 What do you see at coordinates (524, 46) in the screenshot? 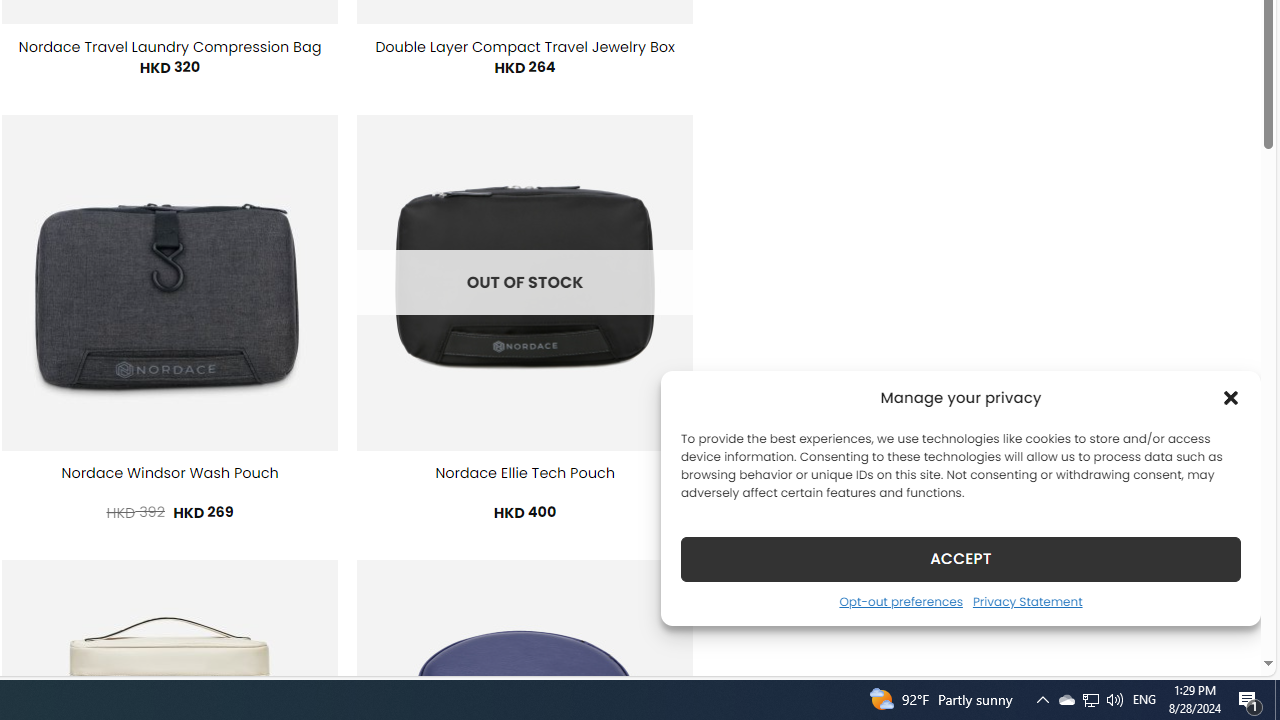
I see `'Double Layer Compact Travel Jewelry Box'` at bounding box center [524, 46].